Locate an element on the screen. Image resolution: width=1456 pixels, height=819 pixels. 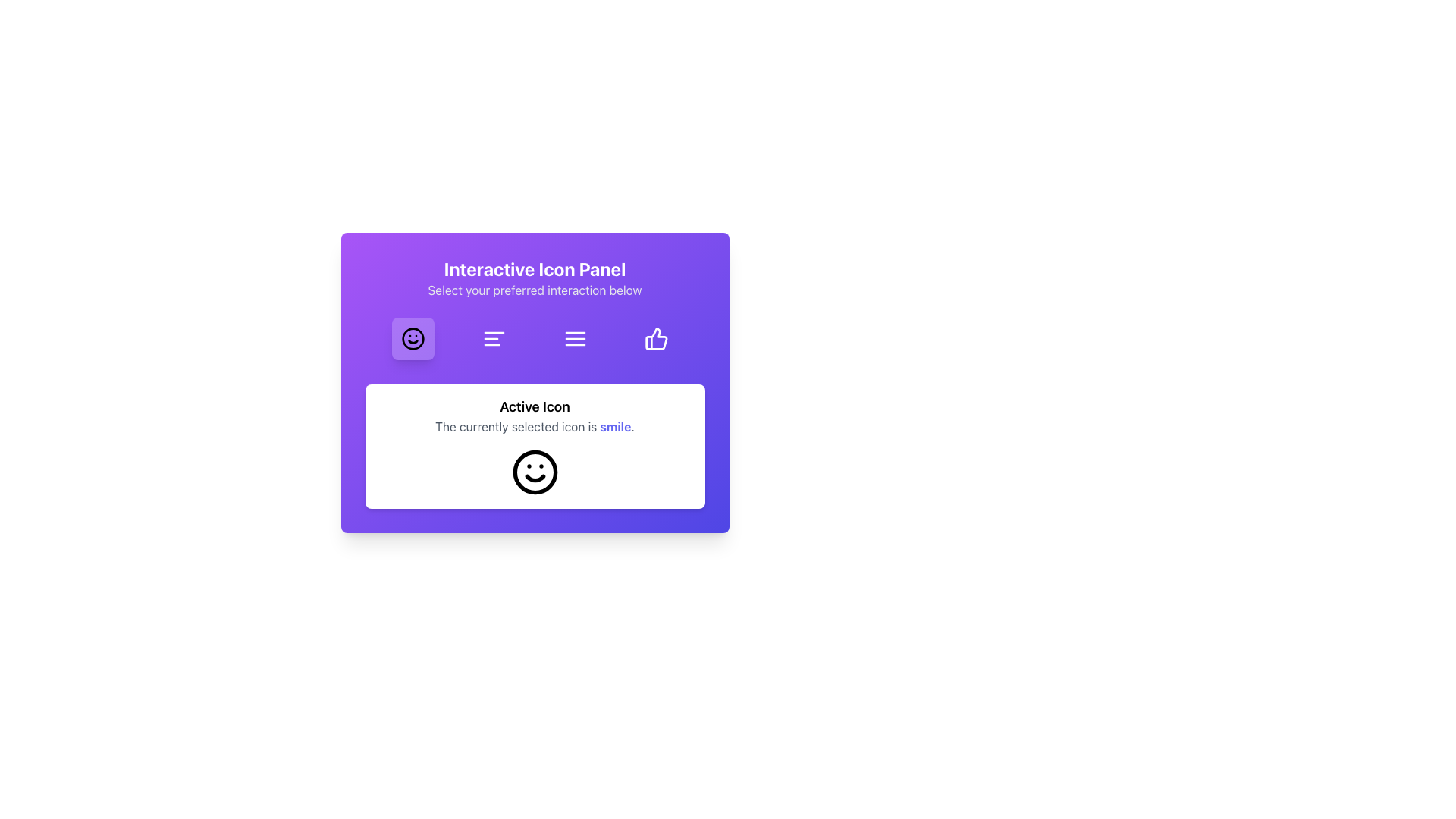
the button with a white icon of three horizontal lines on a rounded purple background, the third button in the Interactive Icon Panel is located at coordinates (574, 338).